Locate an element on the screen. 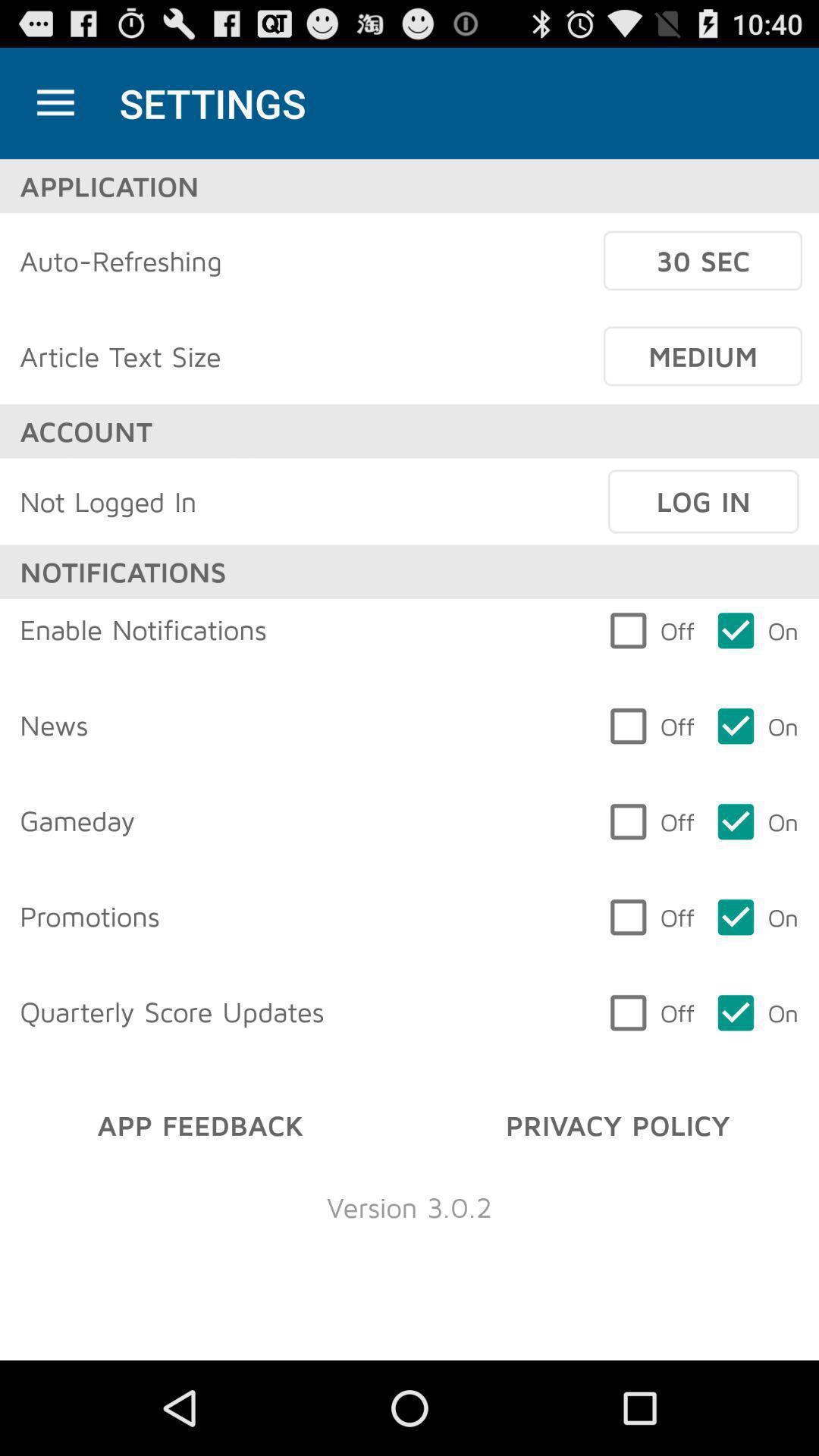 The width and height of the screenshot is (819, 1456). the item next to the settings icon is located at coordinates (55, 102).